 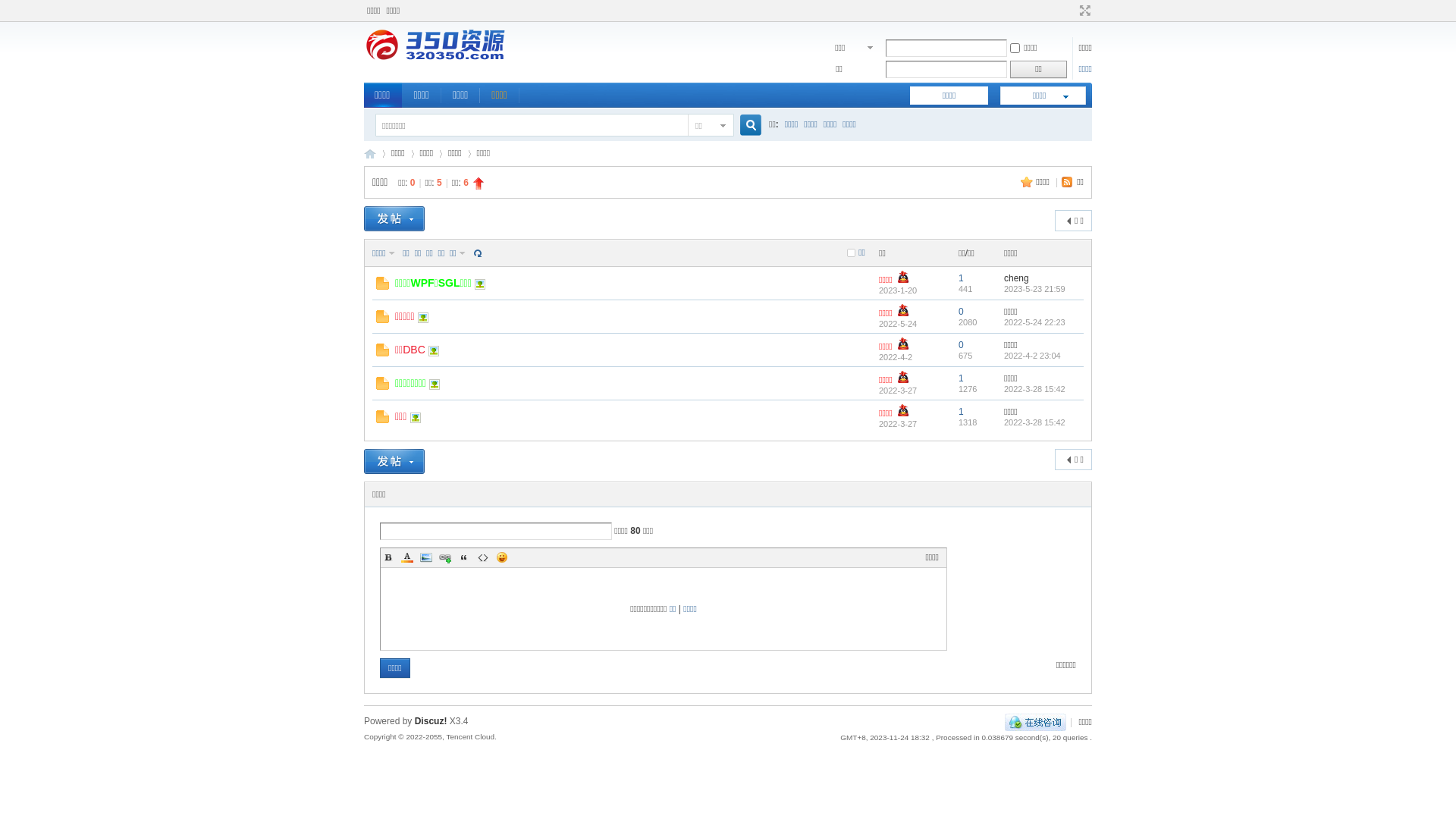 I want to click on 'Image', so click(x=425, y=557).